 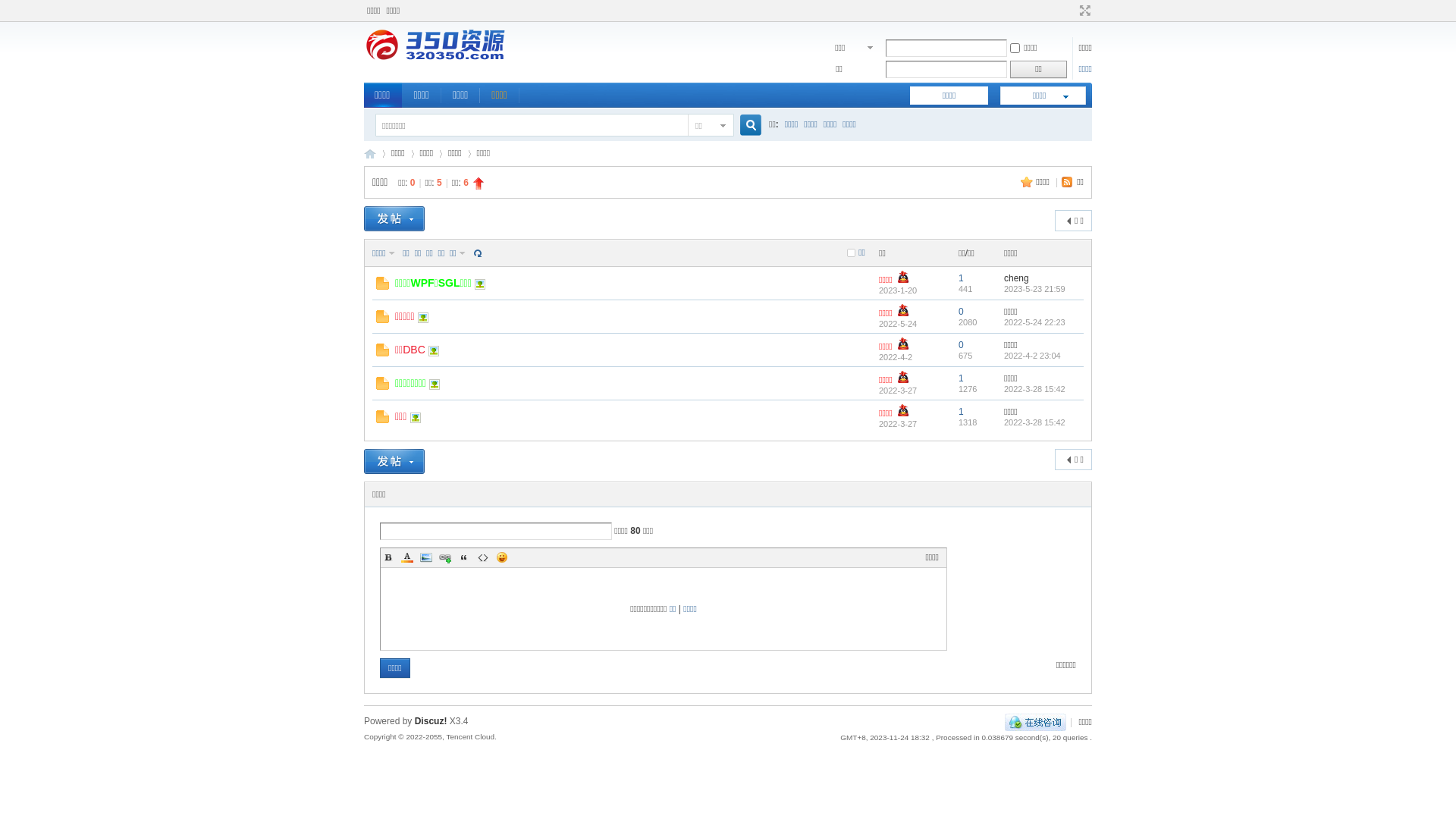 I want to click on 'Image', so click(x=425, y=557).